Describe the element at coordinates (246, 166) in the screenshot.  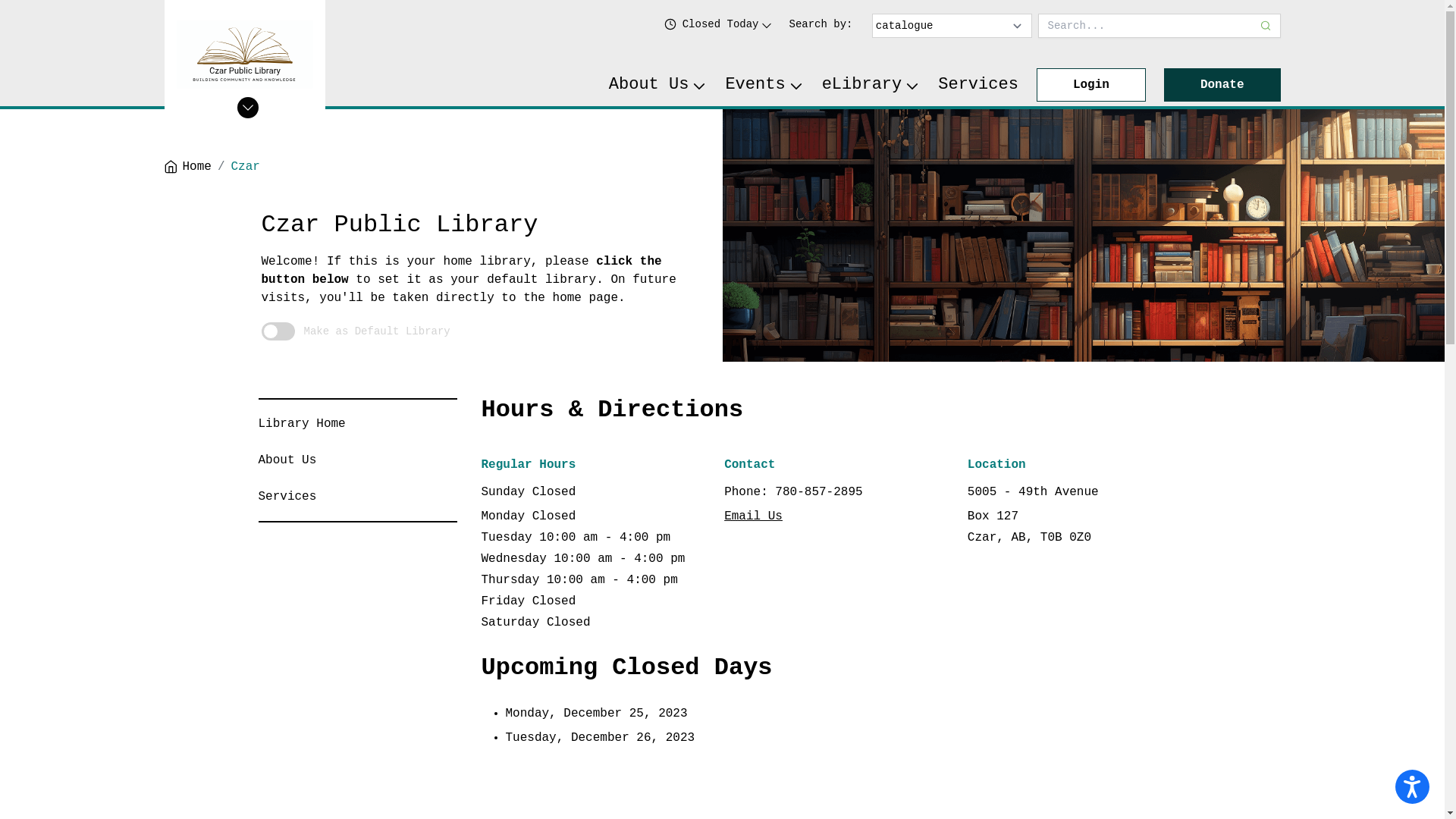
I see `'Czar'` at that location.